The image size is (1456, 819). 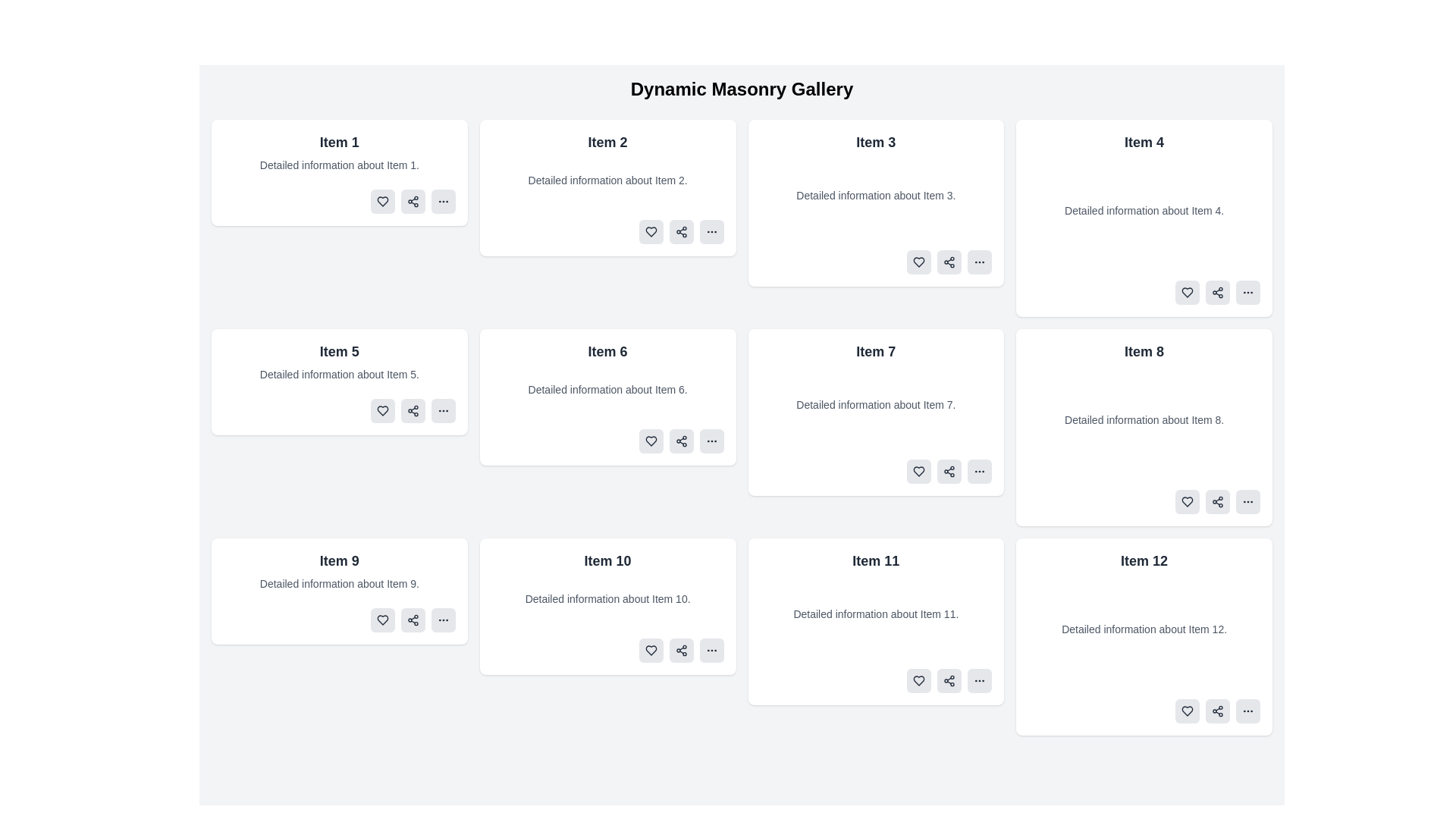 I want to click on the text label that serves as the title or identifier for the content in its respective card, located in the second column of the second row of a grid layout, so click(x=338, y=351).